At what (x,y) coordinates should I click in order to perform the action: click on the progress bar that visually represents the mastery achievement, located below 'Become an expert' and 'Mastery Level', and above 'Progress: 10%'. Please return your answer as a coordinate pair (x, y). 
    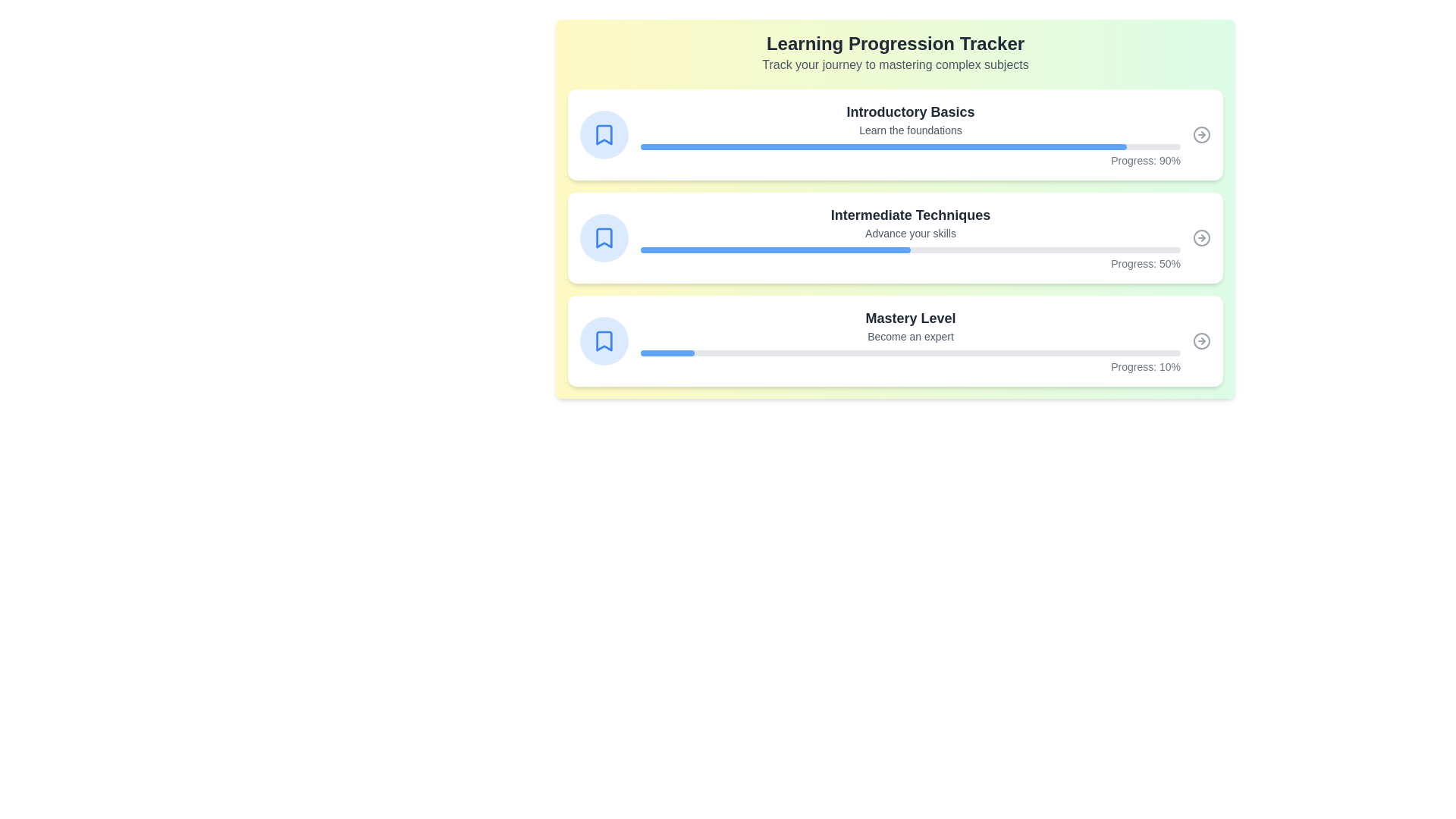
    Looking at the image, I should click on (910, 353).